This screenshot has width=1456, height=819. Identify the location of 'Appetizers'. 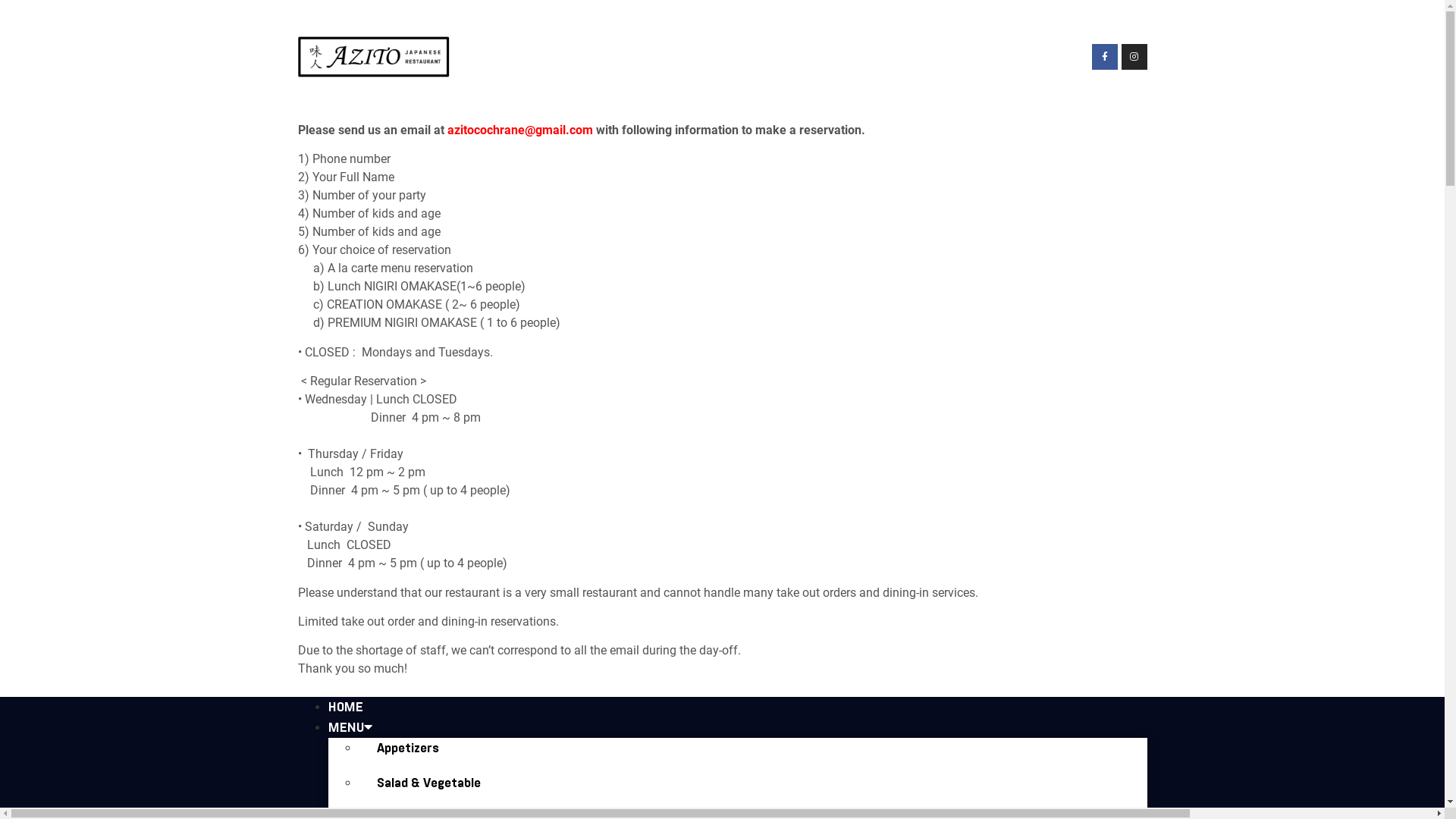
(356, 747).